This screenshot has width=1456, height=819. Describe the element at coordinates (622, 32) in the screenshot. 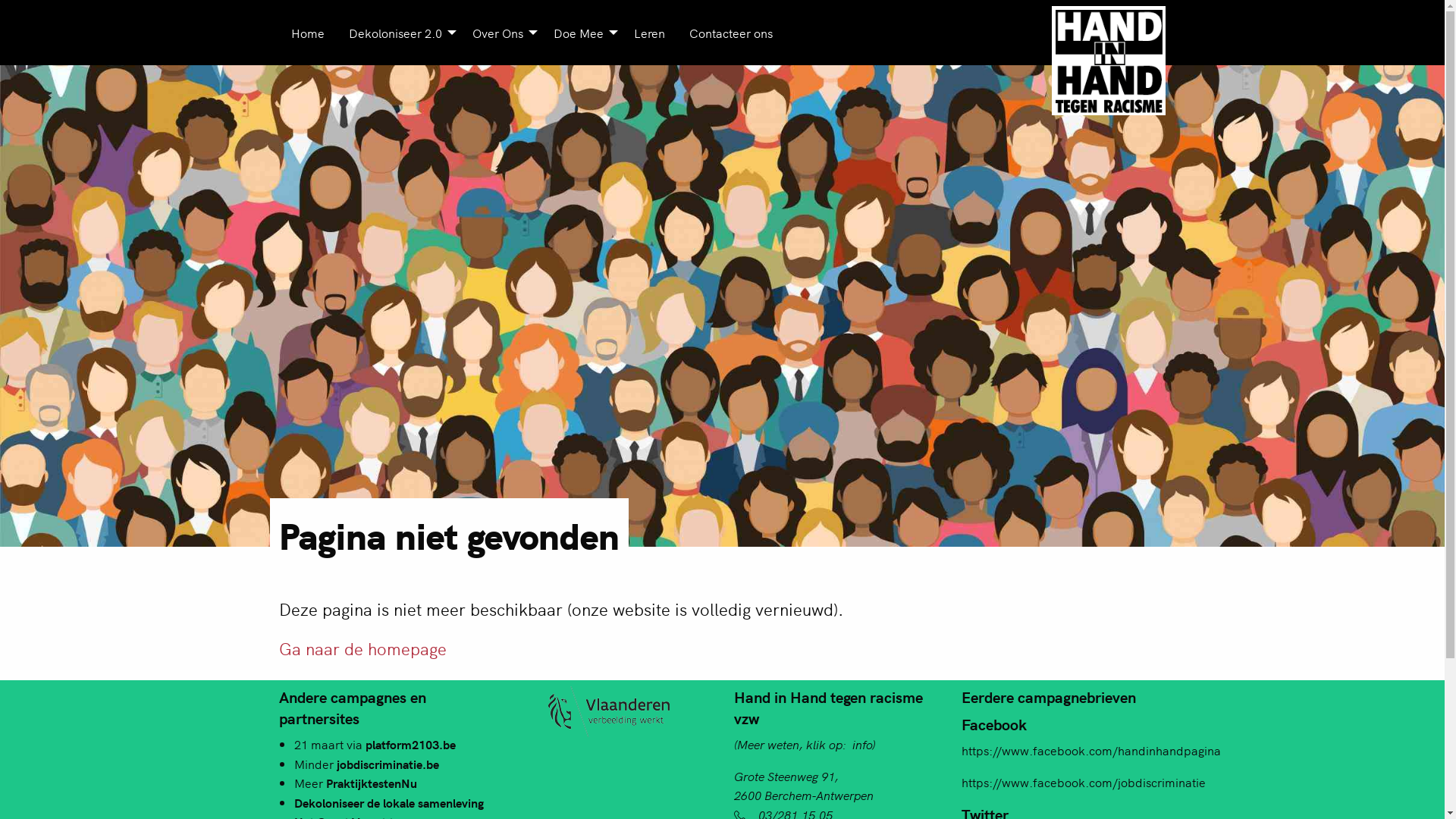

I see `'Leren'` at that location.